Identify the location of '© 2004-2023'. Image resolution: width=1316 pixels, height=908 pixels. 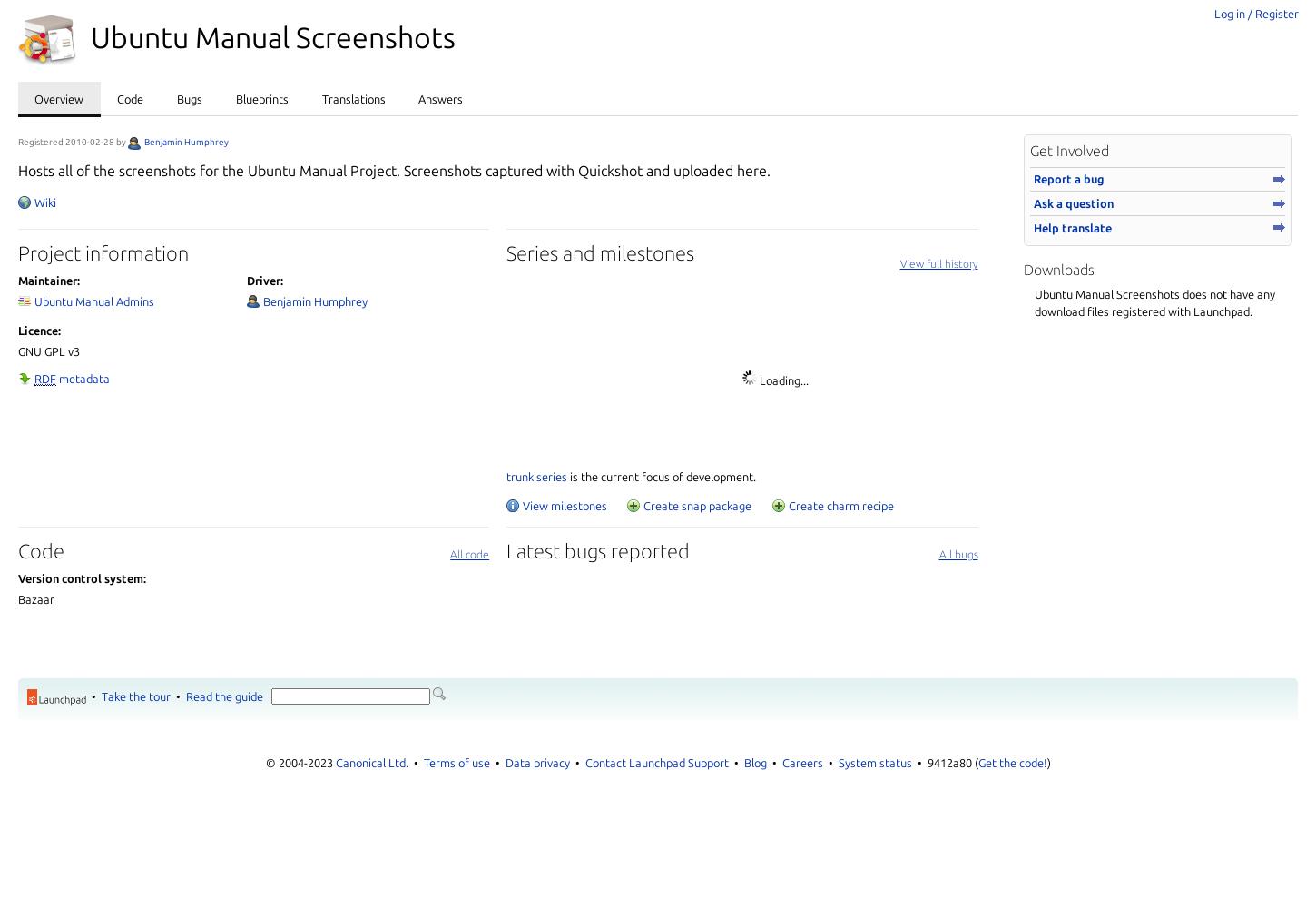
(300, 762).